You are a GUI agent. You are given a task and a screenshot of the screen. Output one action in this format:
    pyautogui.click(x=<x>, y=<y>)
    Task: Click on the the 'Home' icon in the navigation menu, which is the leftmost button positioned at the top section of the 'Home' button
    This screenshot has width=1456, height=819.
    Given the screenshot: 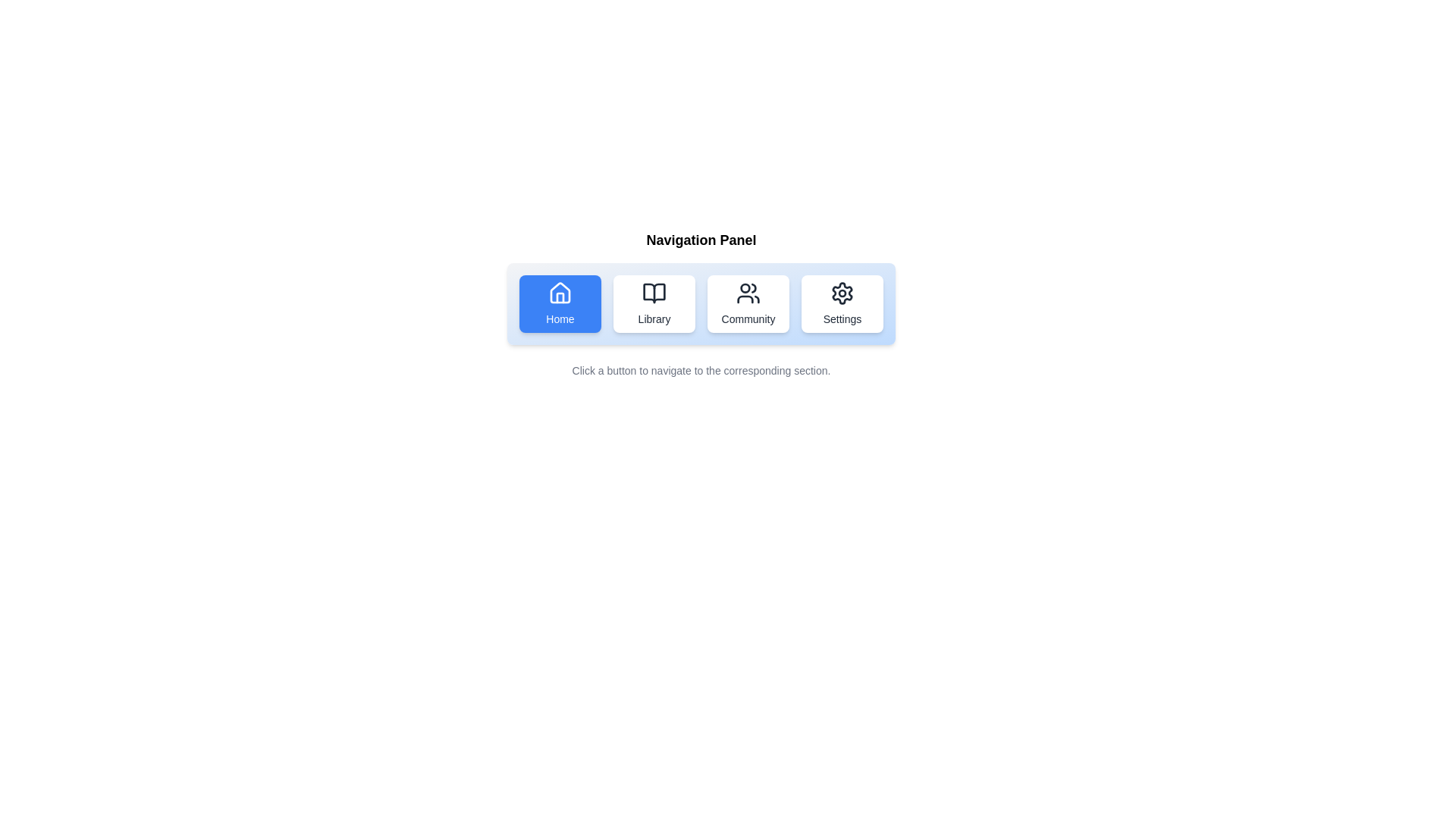 What is the action you would take?
    pyautogui.click(x=560, y=293)
    